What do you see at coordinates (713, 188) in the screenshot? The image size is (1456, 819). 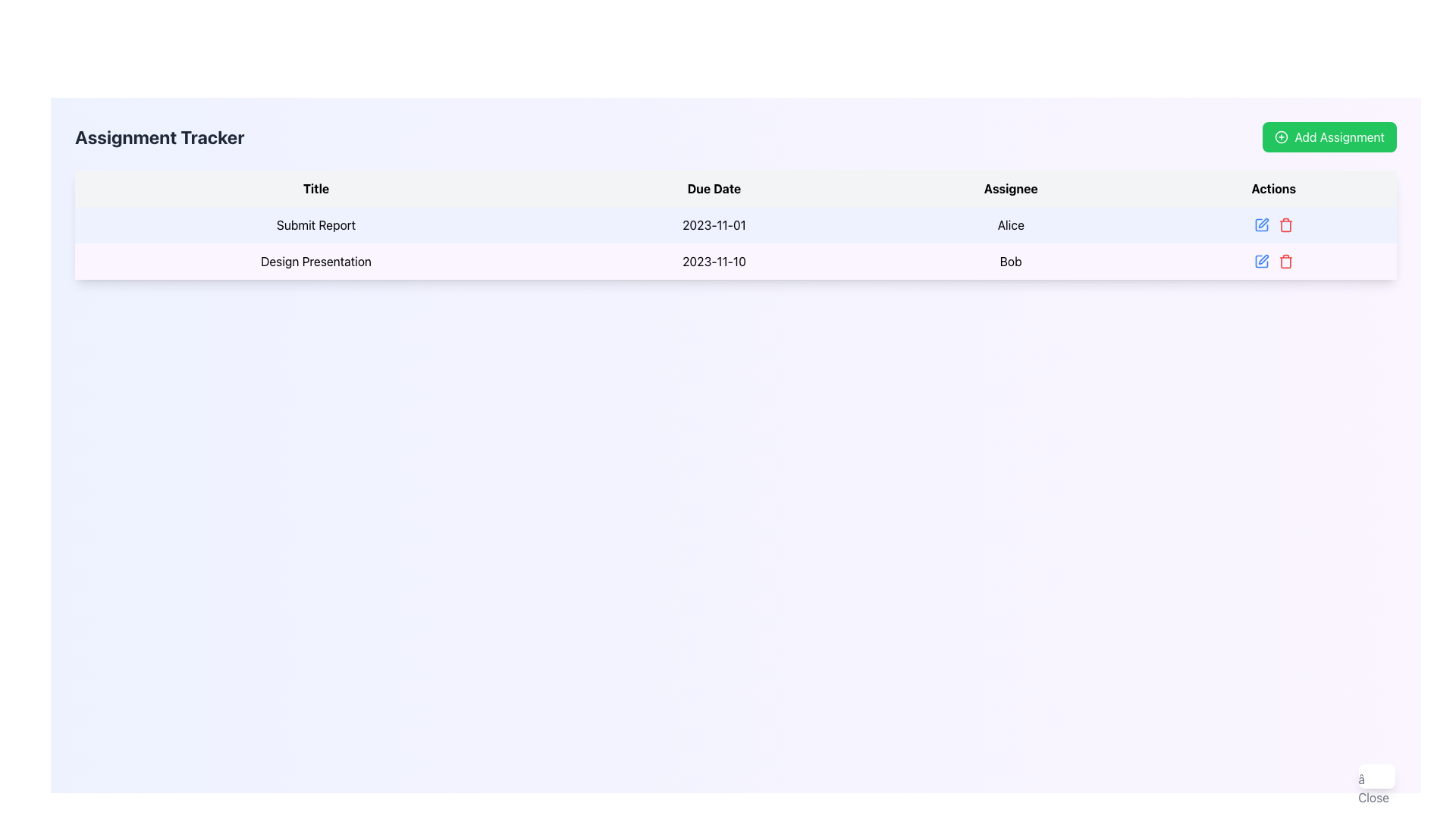 I see `the 'Due Date' text label, which is the second column header in the row, styled with a light background and centered text alignment` at bounding box center [713, 188].